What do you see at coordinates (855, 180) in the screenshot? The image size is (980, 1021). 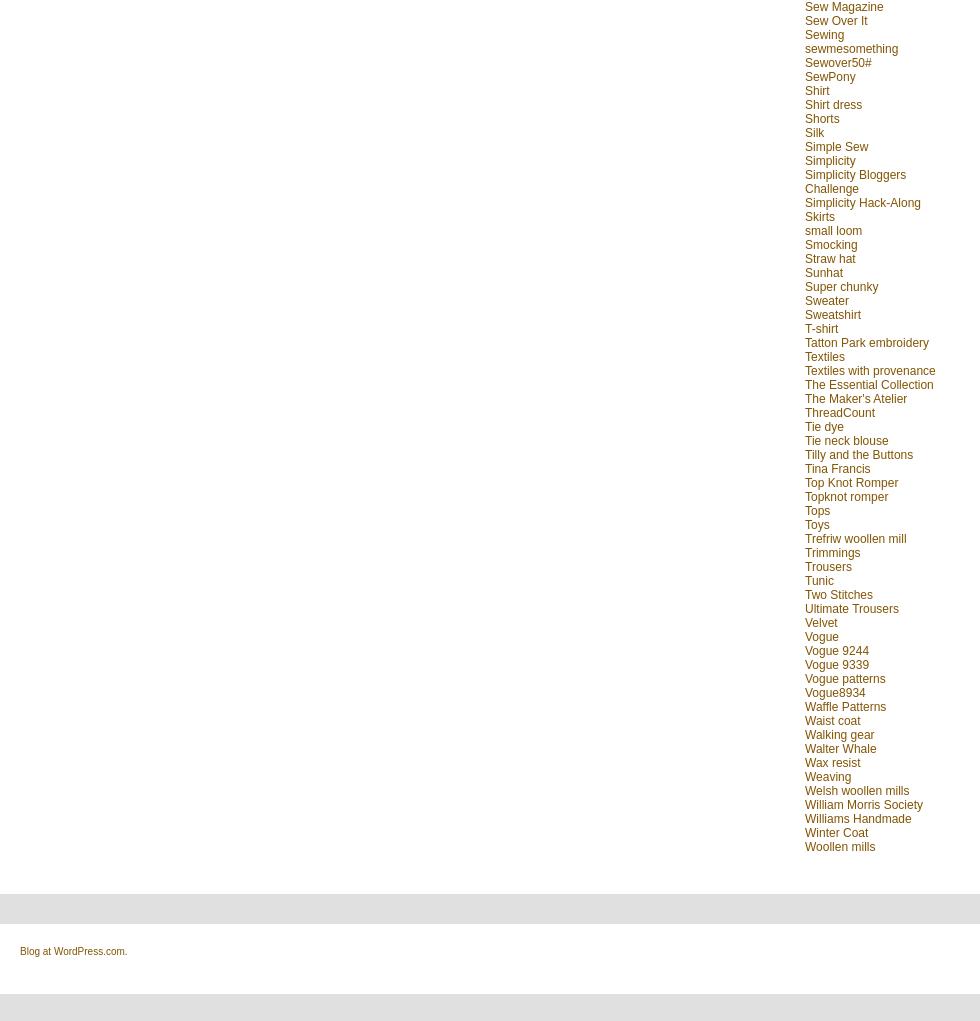 I see `'Simplicity Bloggers Challenge'` at bounding box center [855, 180].